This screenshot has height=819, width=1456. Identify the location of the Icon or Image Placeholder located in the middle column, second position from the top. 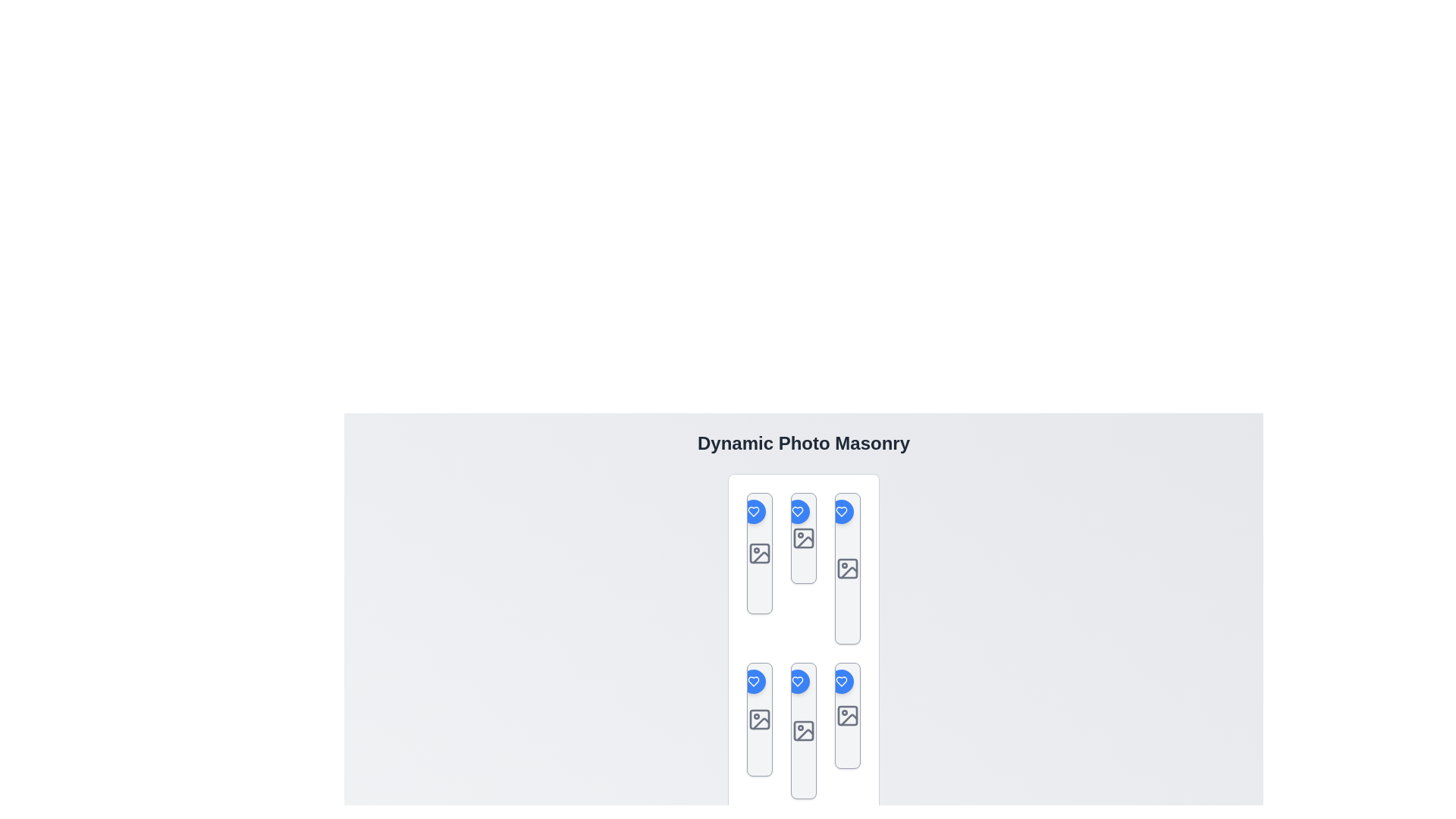
(803, 537).